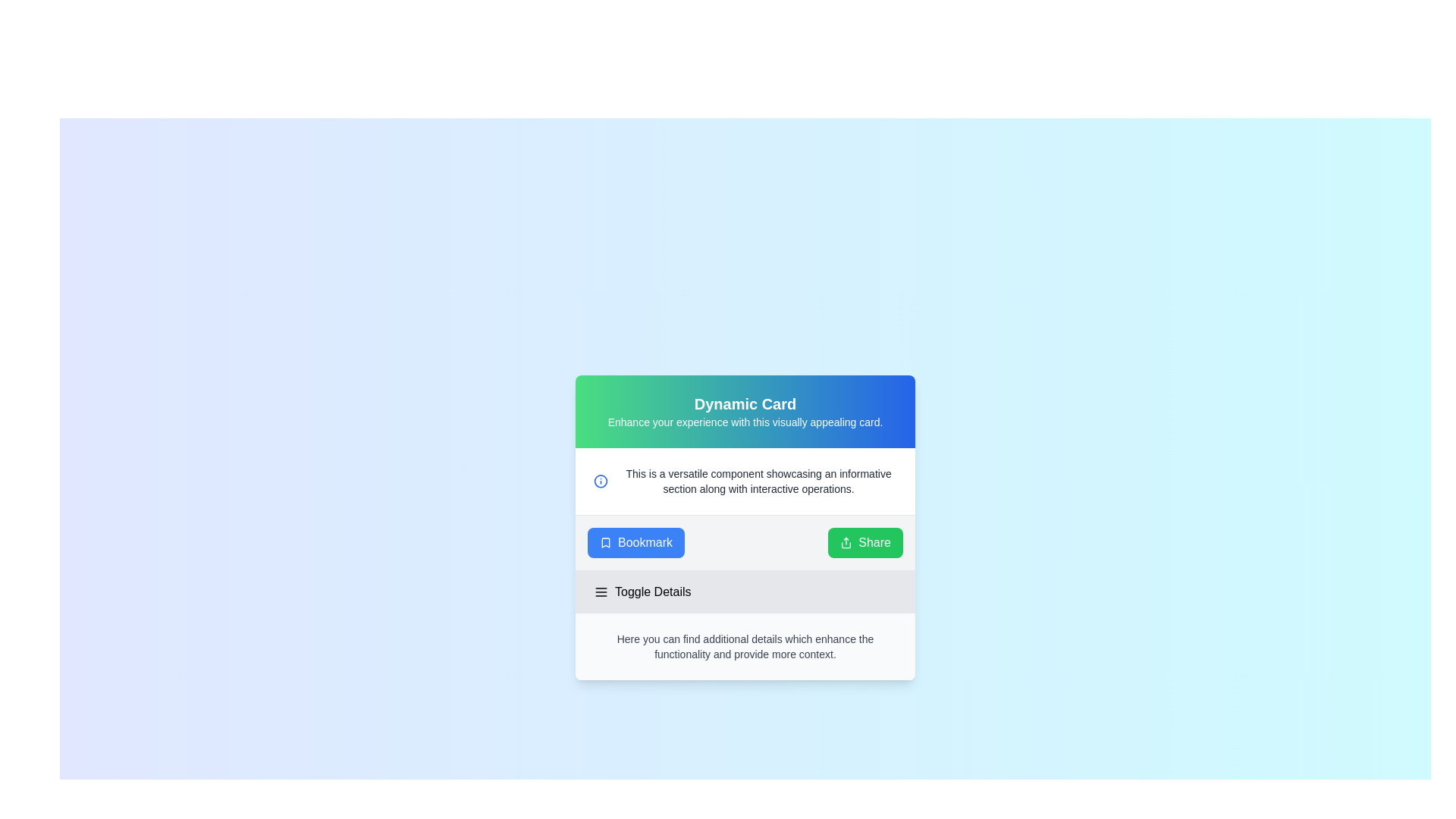 The width and height of the screenshot is (1456, 819). Describe the element at coordinates (745, 646) in the screenshot. I see `supplementary details presented in the text block located at the bottom of the card interface, directly below the 'Toggle Details' row` at that location.